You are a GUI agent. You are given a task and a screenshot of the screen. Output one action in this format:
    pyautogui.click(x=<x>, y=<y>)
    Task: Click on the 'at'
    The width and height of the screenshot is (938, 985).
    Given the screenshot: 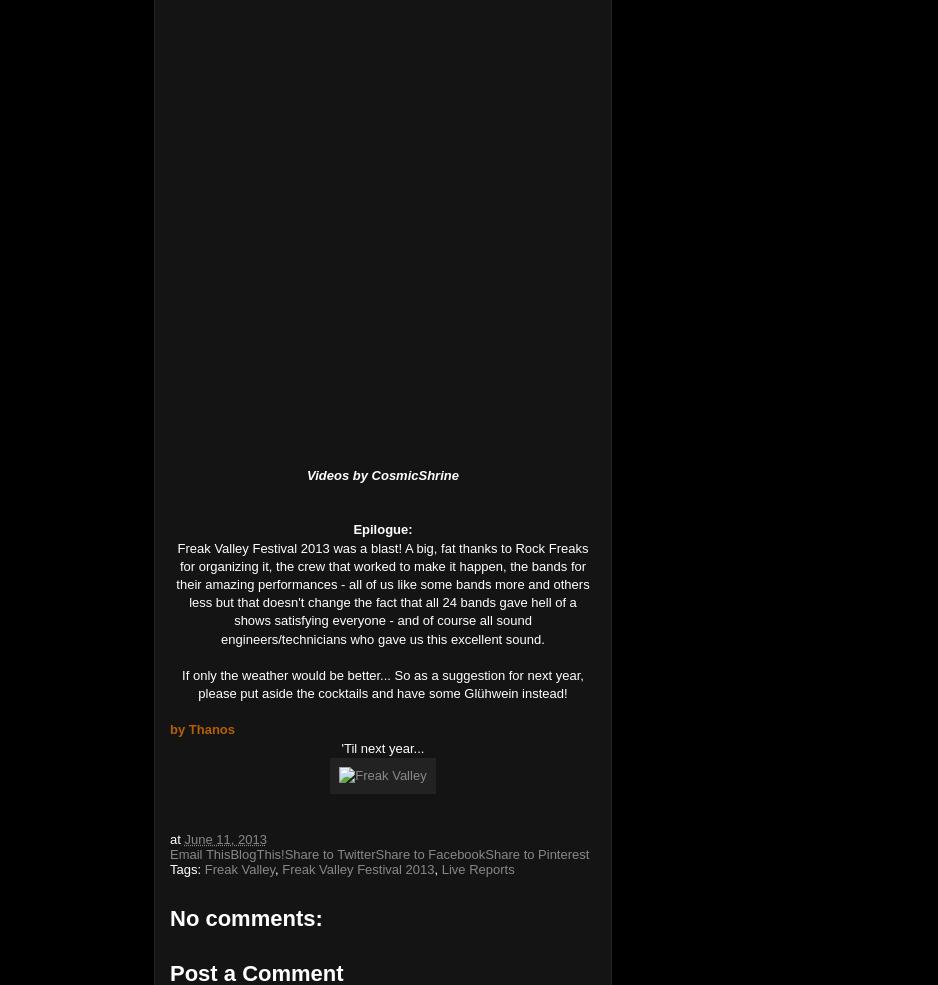 What is the action you would take?
    pyautogui.click(x=176, y=837)
    